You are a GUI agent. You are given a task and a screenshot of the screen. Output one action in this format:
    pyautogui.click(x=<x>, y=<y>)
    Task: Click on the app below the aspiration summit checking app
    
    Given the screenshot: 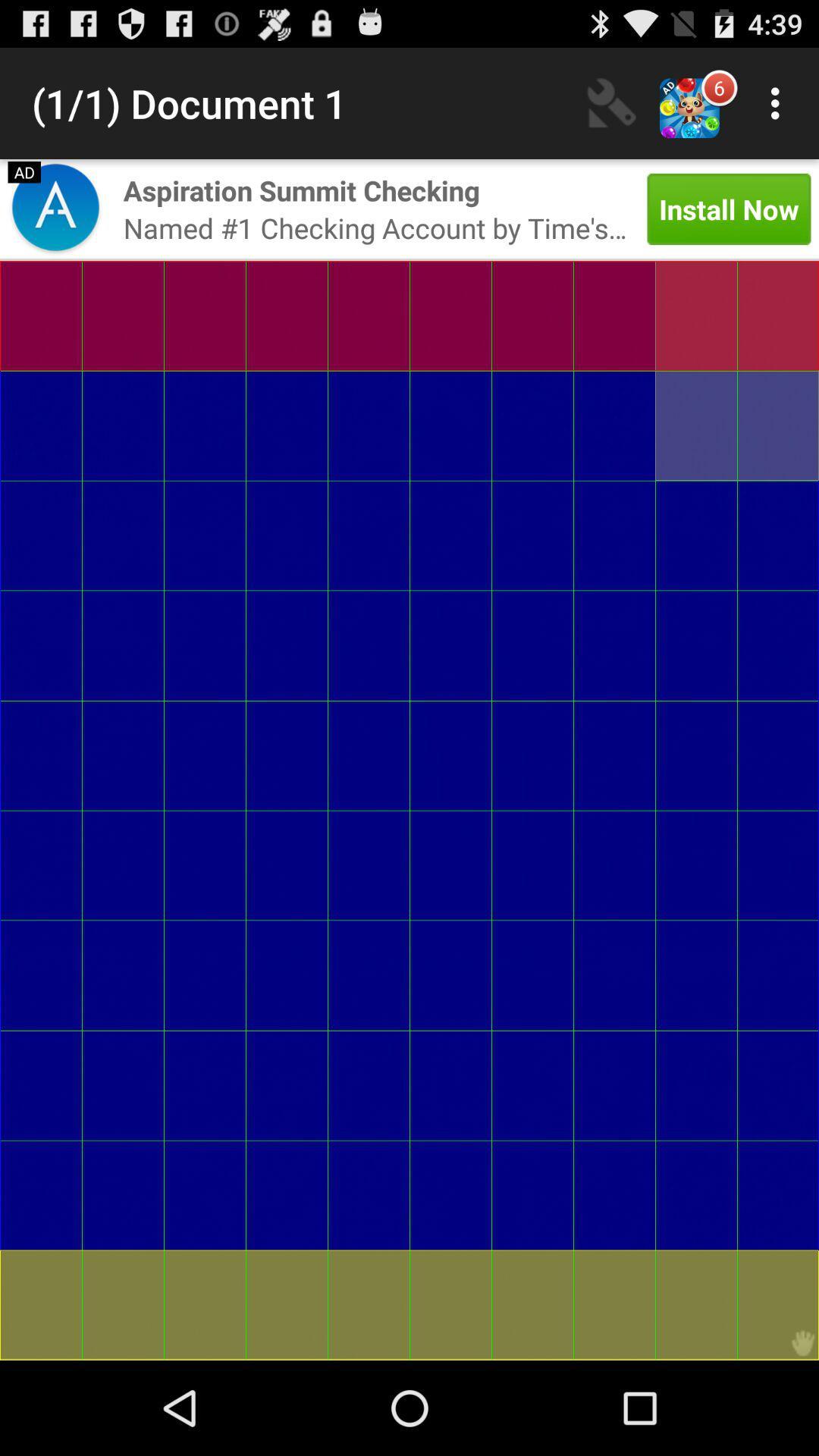 What is the action you would take?
    pyautogui.click(x=375, y=227)
    